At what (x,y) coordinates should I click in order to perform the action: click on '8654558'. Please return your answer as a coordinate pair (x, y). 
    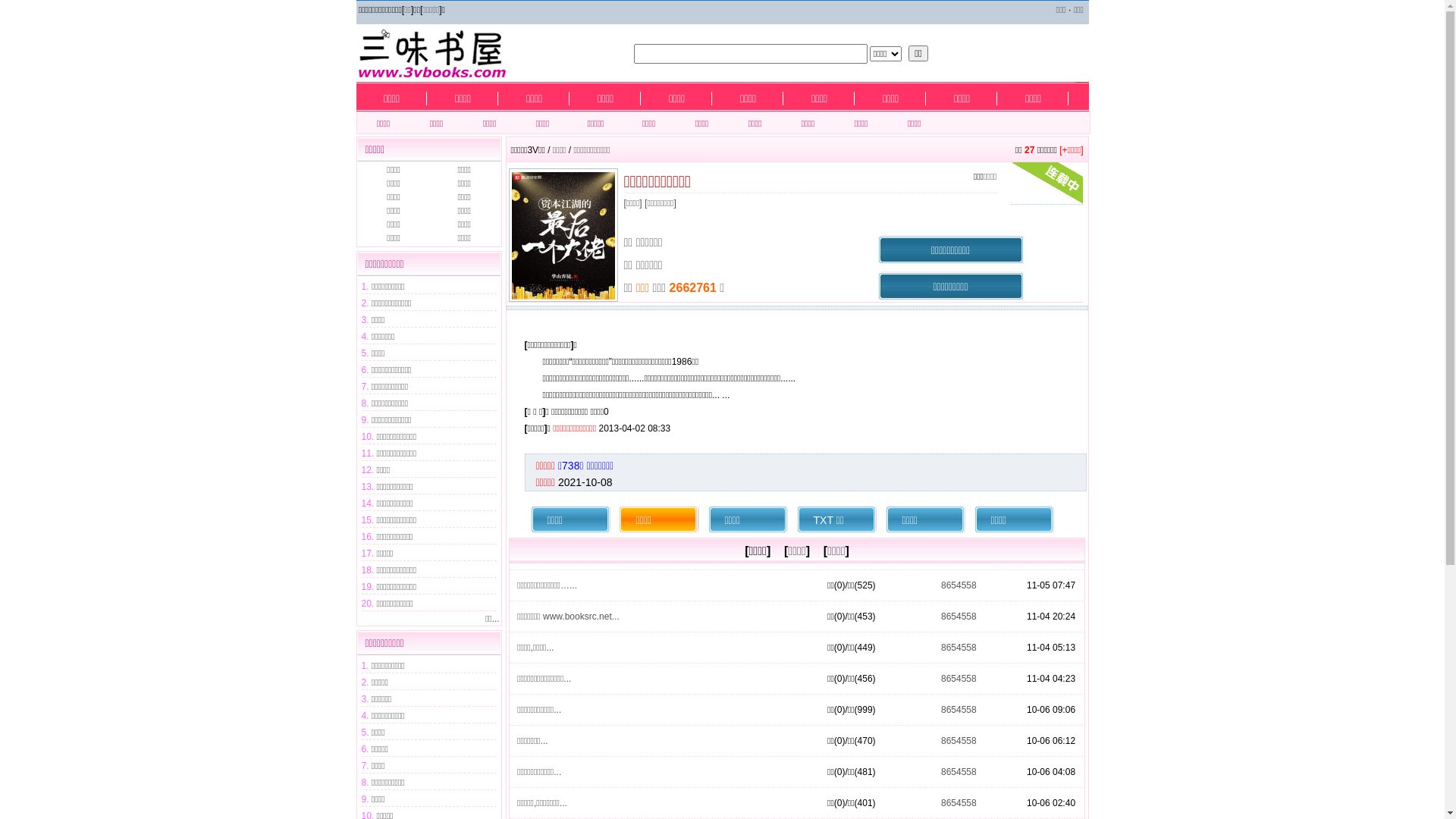
    Looking at the image, I should click on (940, 739).